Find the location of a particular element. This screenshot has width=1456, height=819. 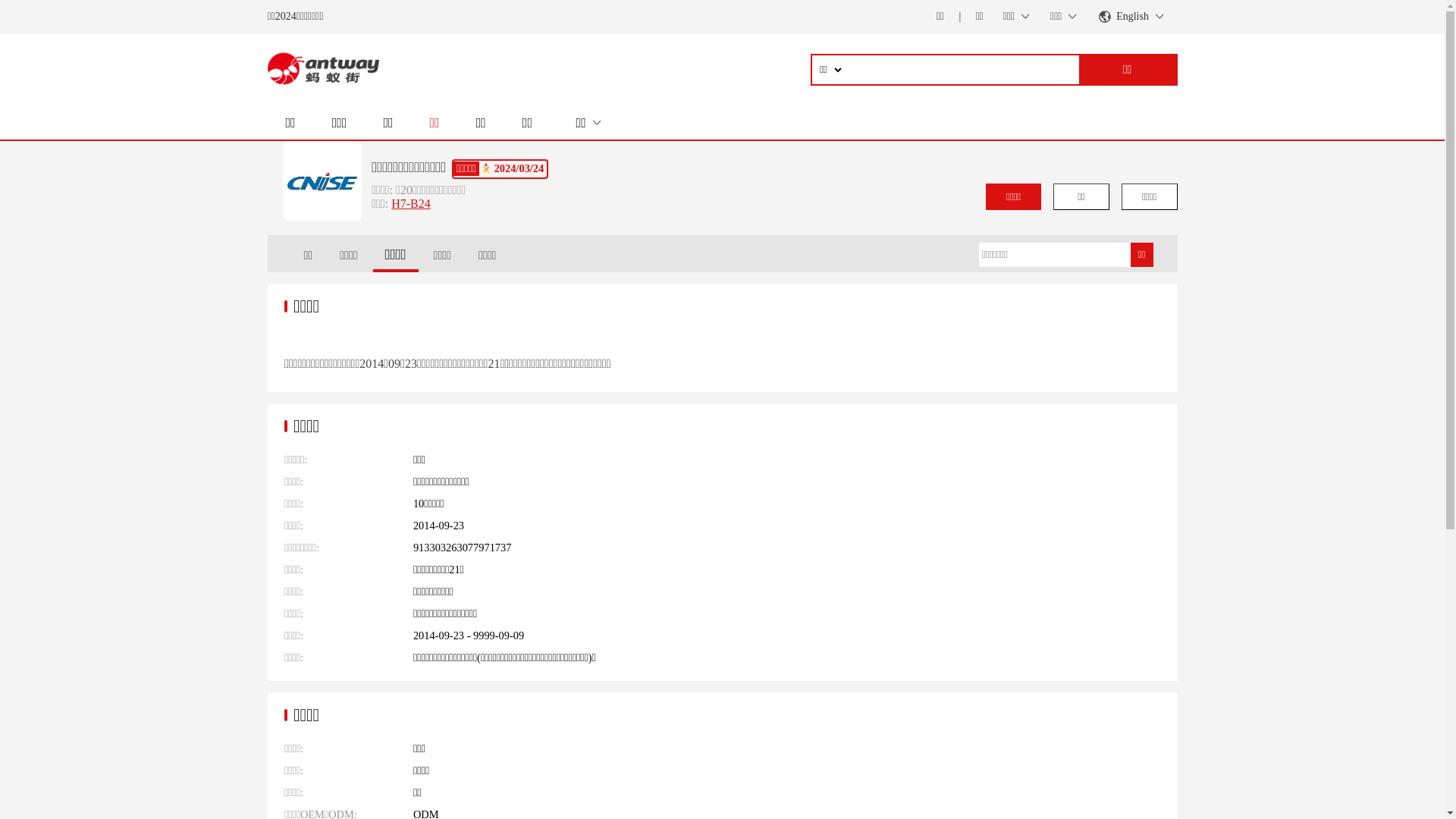

'H7-B24' is located at coordinates (391, 202).